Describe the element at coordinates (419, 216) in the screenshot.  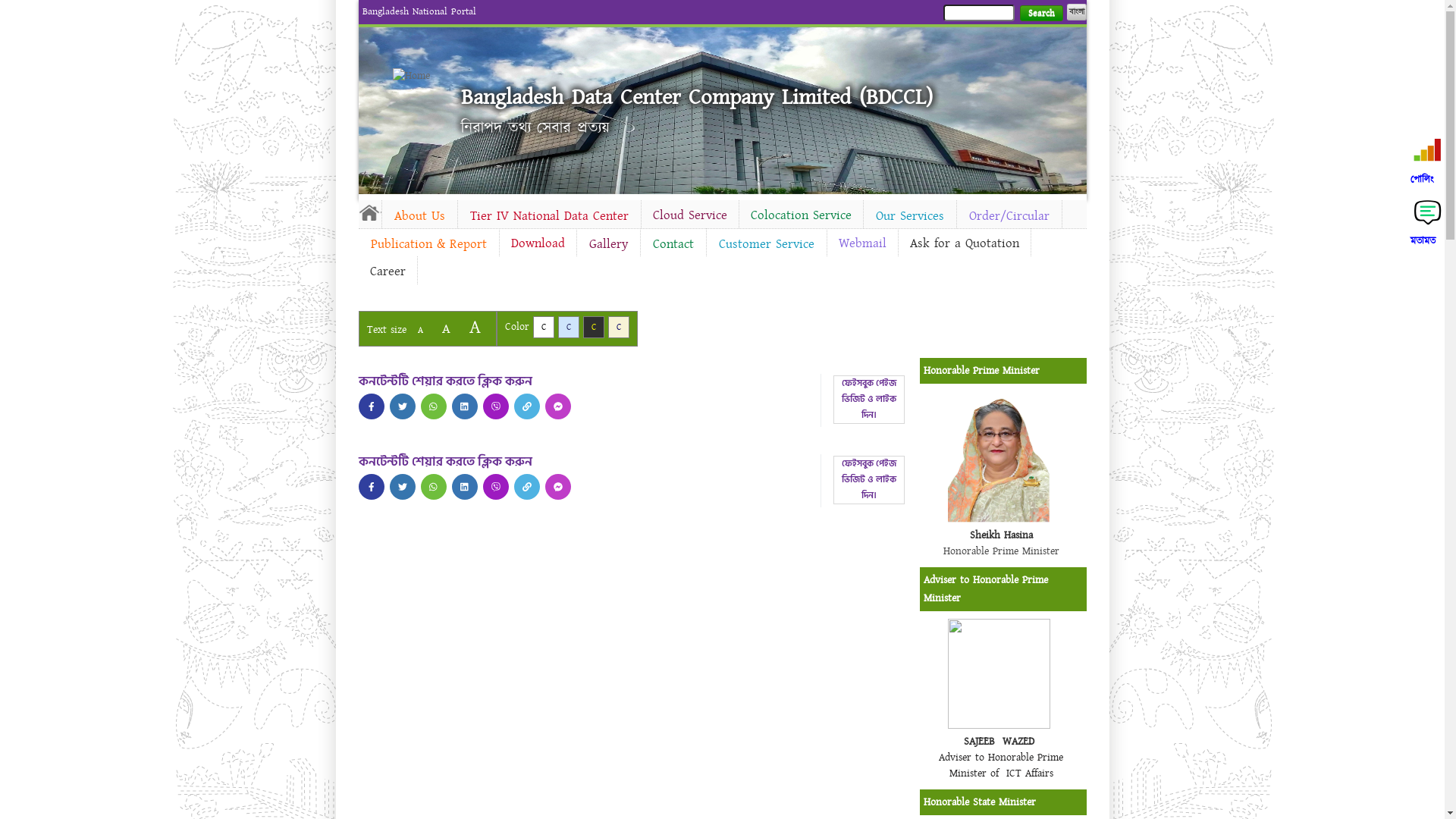
I see `'About Us'` at that location.